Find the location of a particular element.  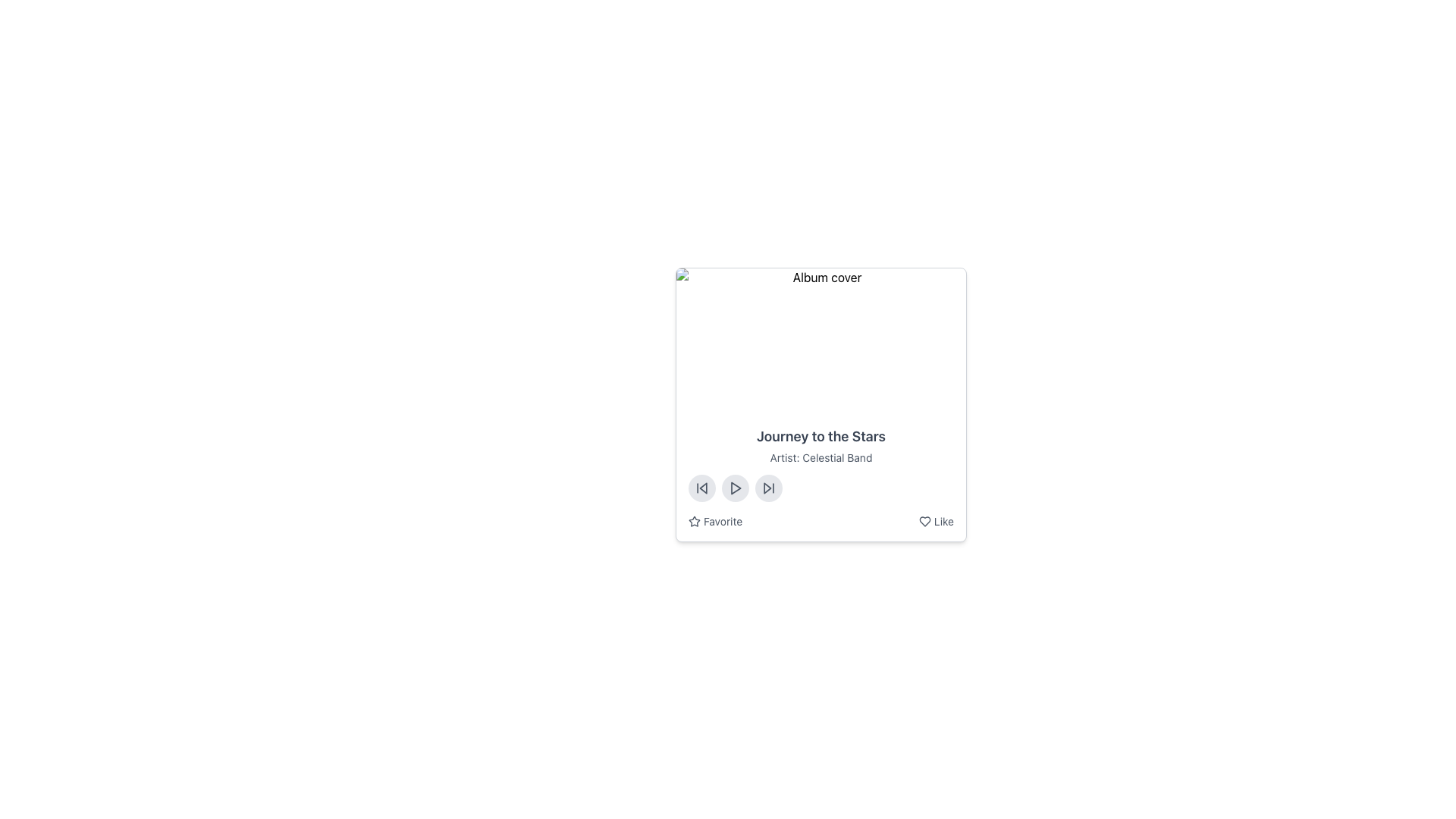

the favorite icon located to the left of the 'Favorite' text is located at coordinates (694, 520).